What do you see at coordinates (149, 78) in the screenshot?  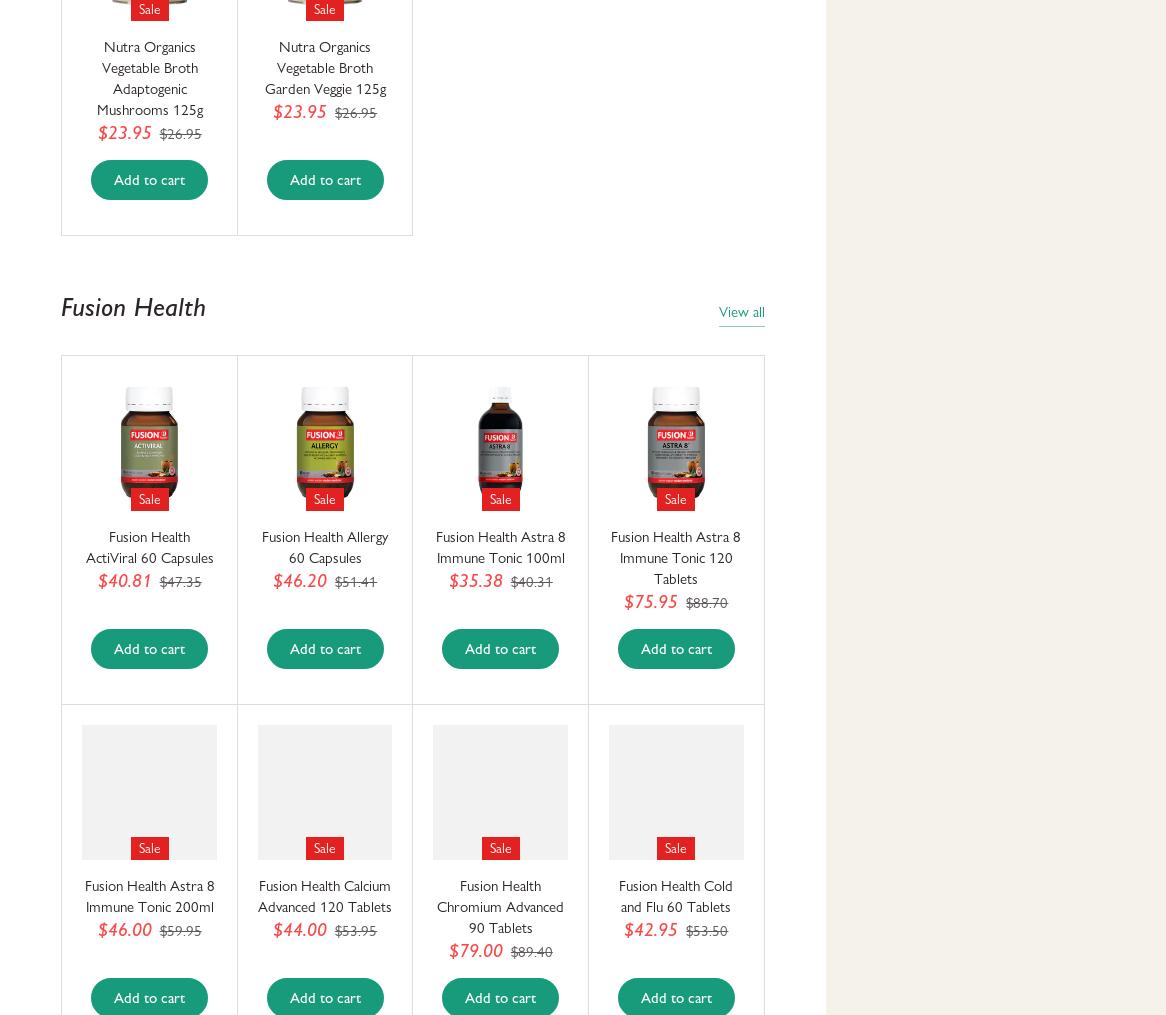 I see `'Nutra Organics Vegetable Broth Adaptogenic Mushrooms 125g'` at bounding box center [149, 78].